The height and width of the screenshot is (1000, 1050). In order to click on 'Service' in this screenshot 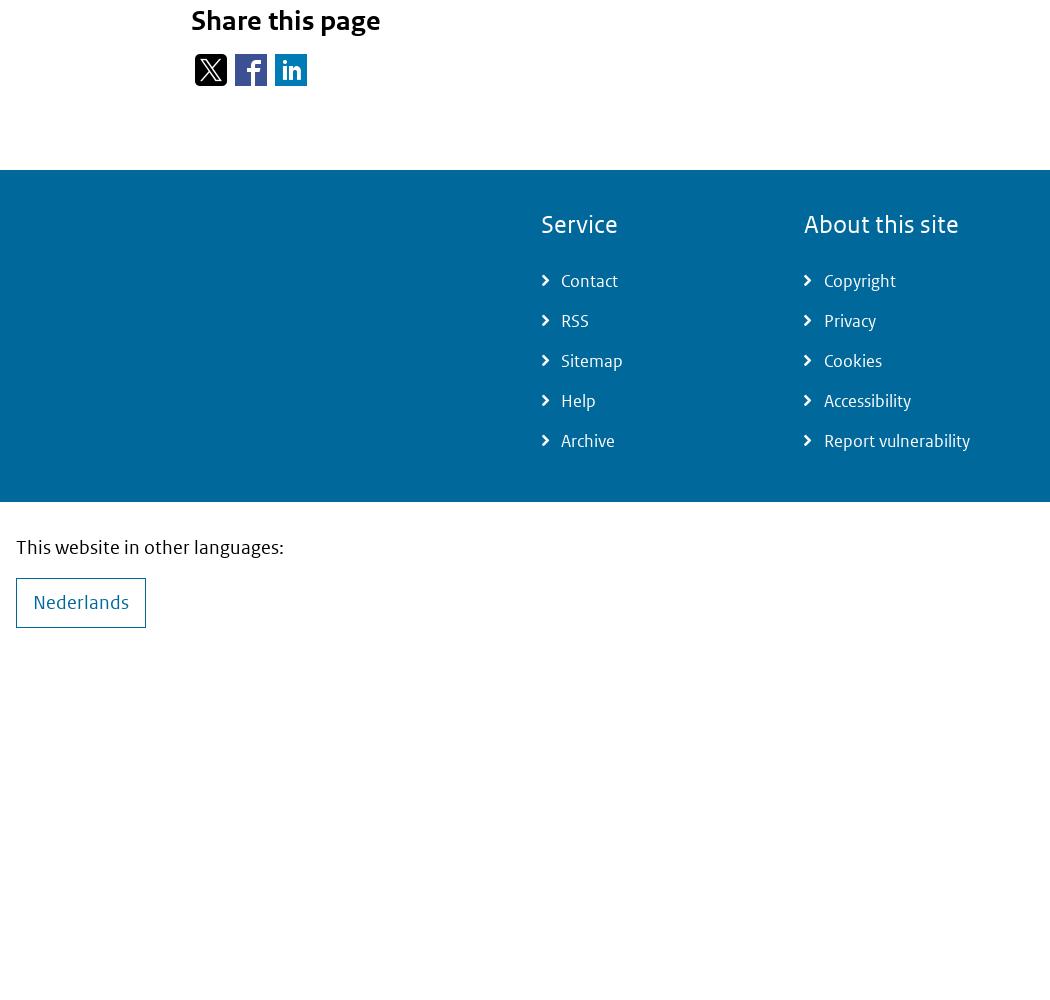, I will do `click(540, 224)`.